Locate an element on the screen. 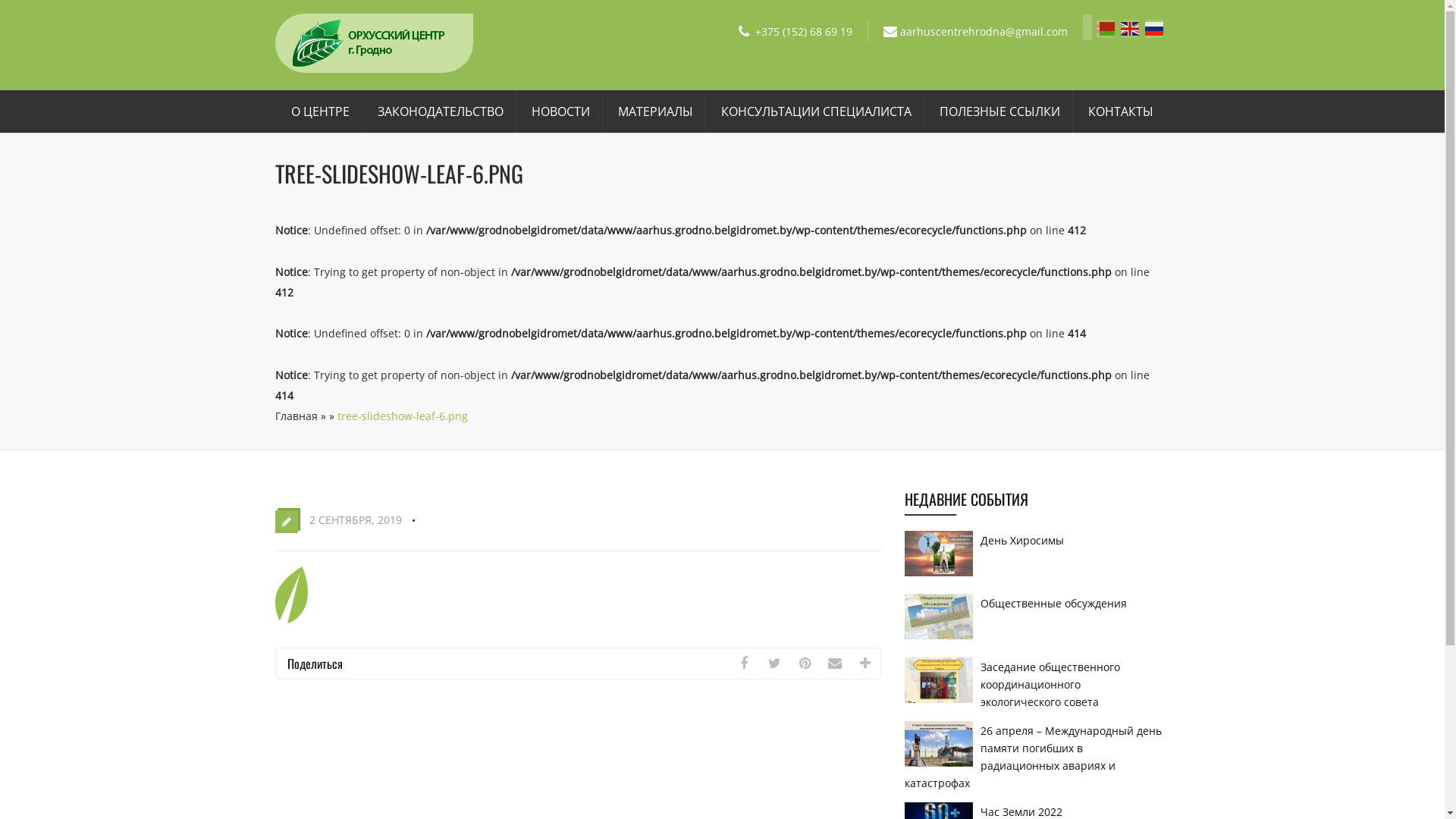  'aarhuscentrehrodna@gmail.com' is located at coordinates (984, 31).